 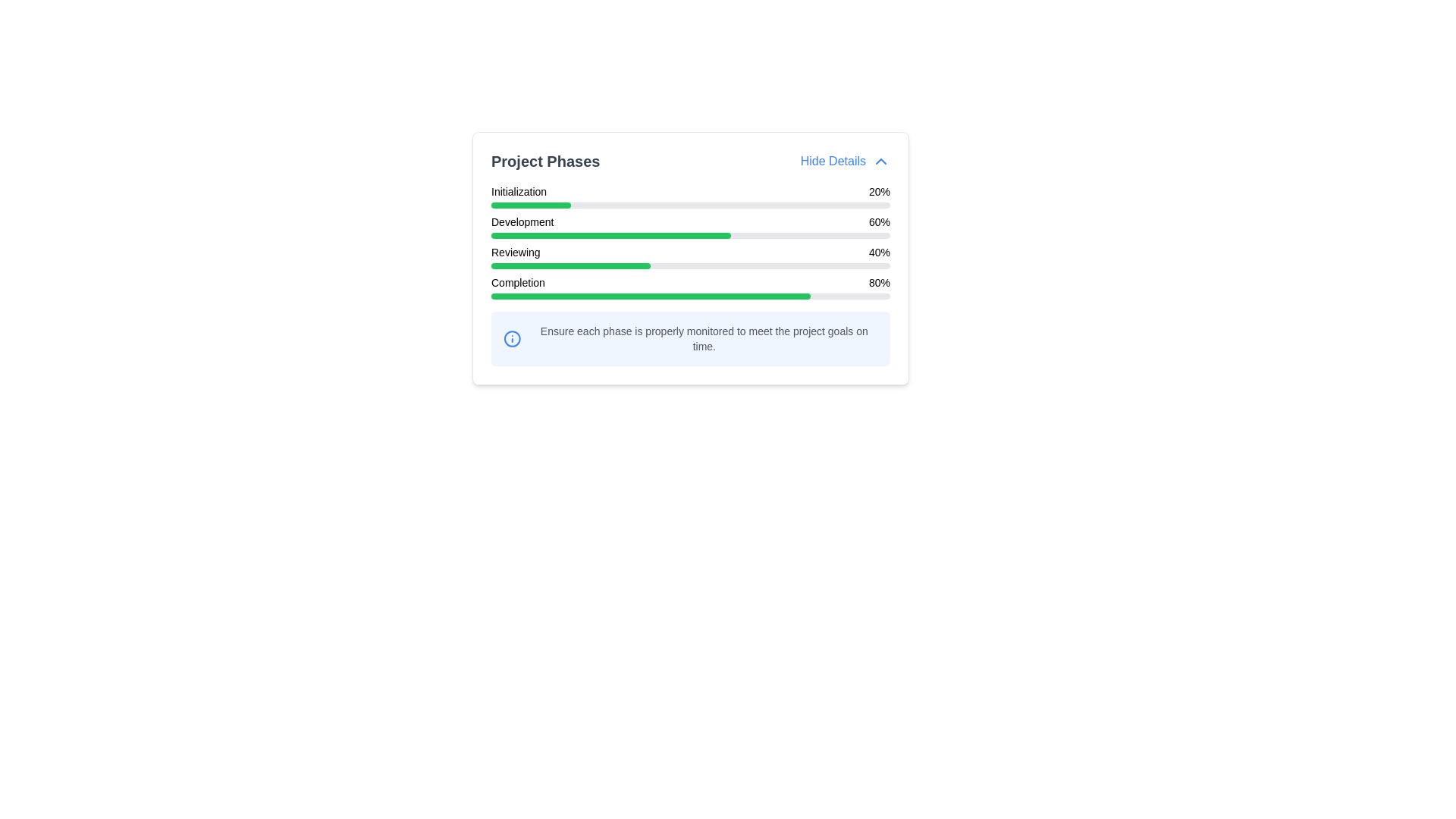 I want to click on the small, upward-pointing chevron icon indicating a 'collapse' action, located to the right of the 'Hide Details' text in the top right corner of the 'Project Phases' card, so click(x=880, y=161).